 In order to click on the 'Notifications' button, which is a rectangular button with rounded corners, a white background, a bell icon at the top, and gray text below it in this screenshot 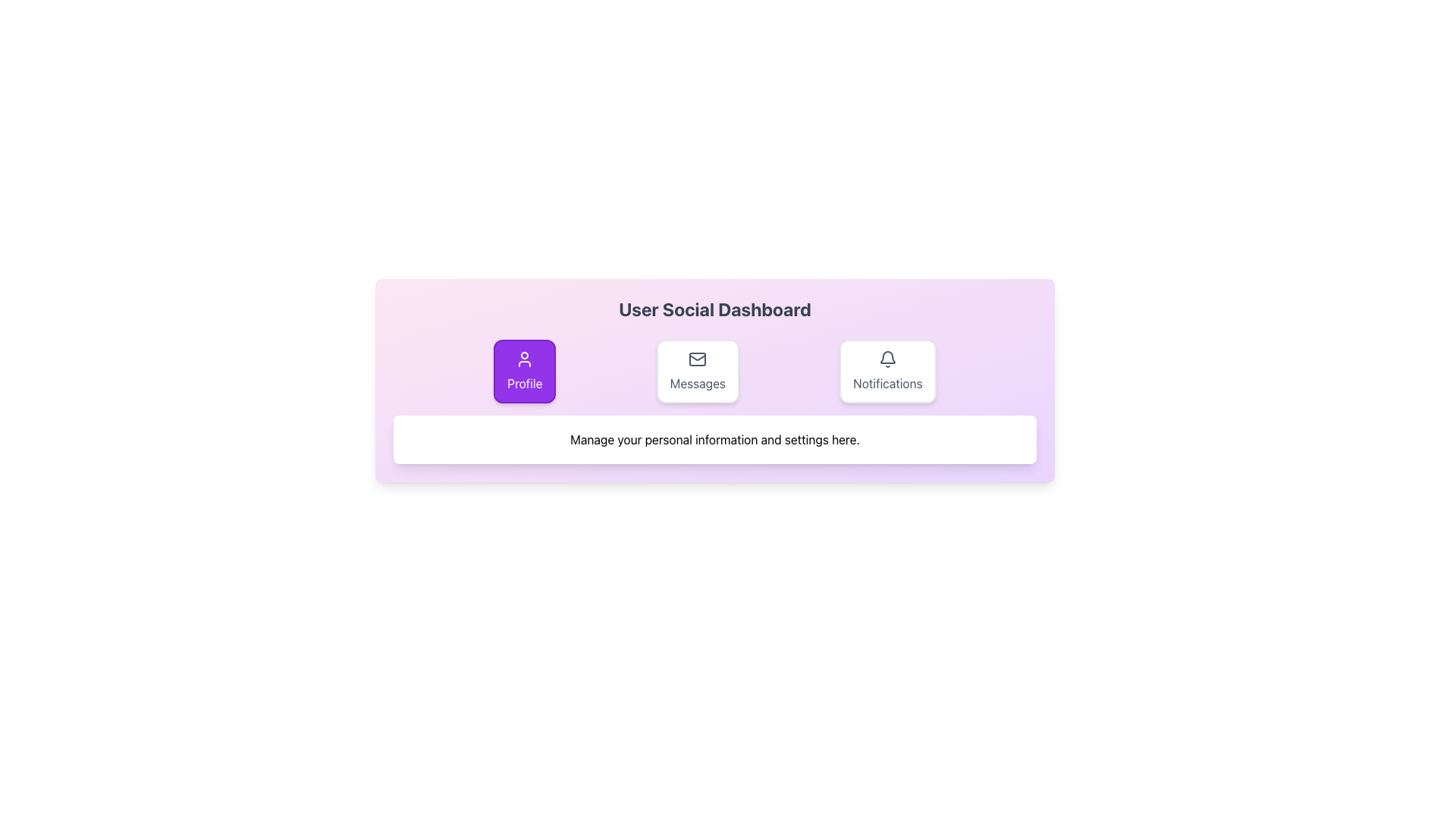, I will do `click(887, 371)`.